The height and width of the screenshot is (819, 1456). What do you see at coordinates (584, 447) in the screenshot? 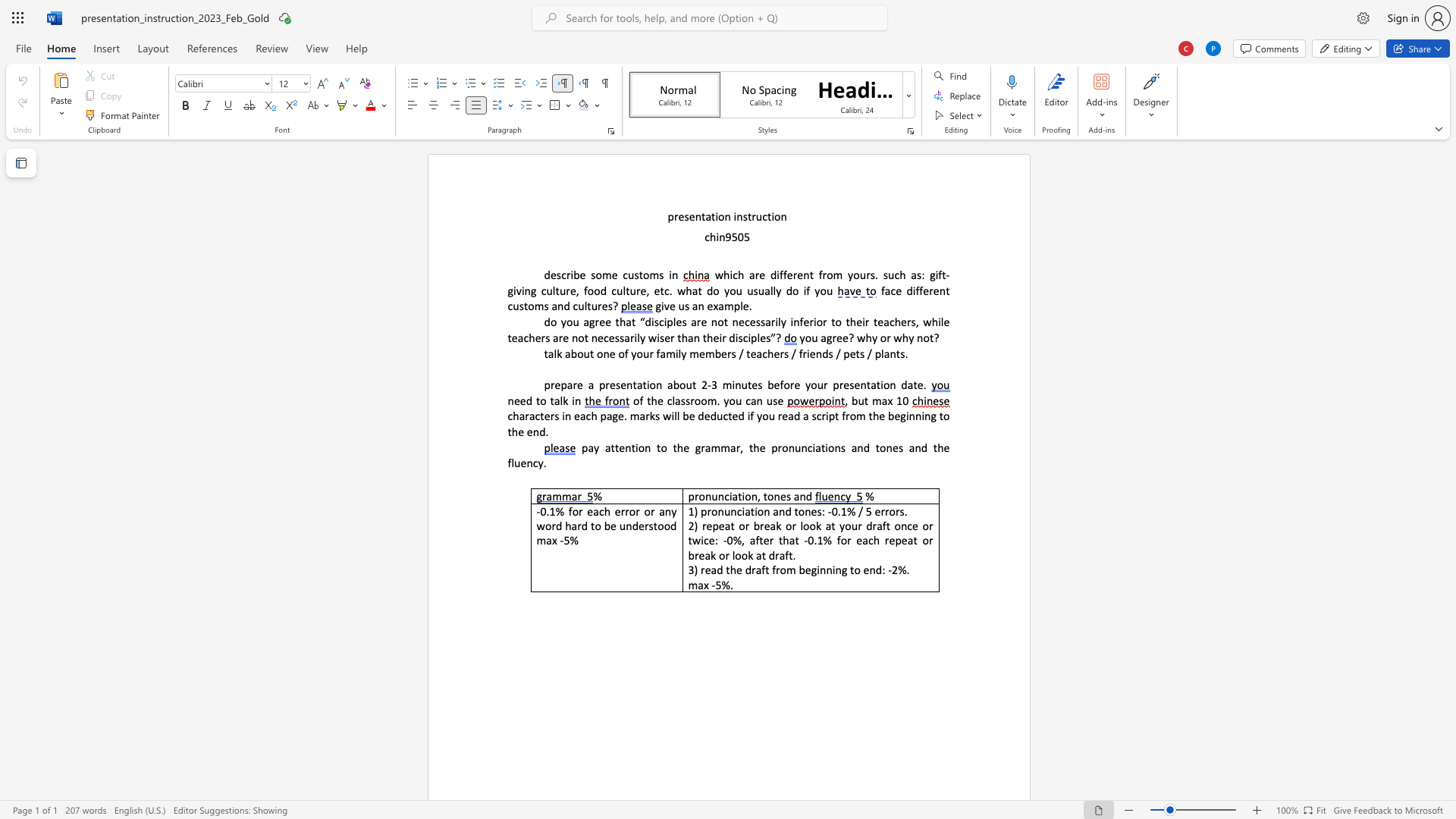
I see `the 1th character "p" in the text` at bounding box center [584, 447].